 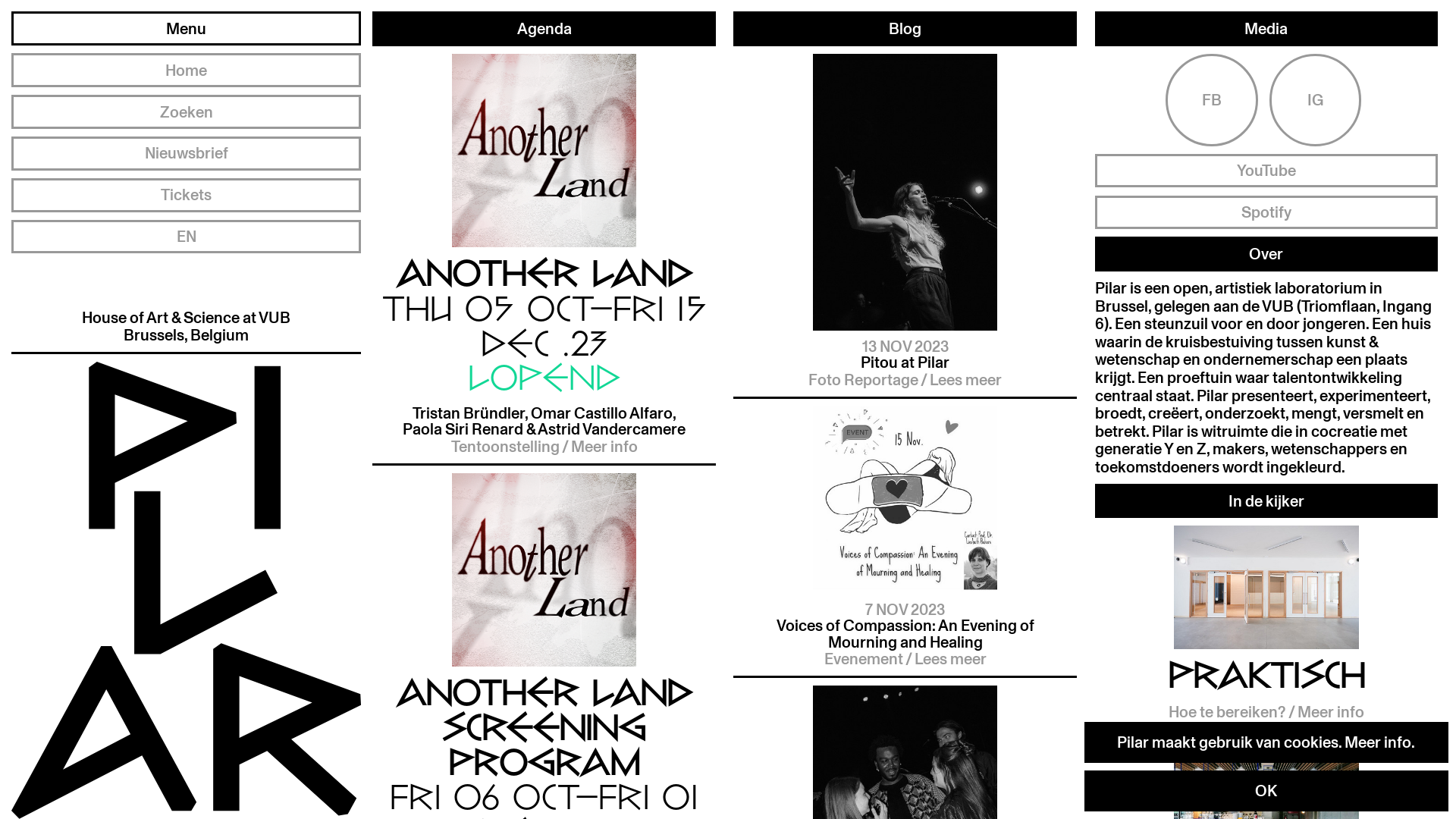 I want to click on 'OK', so click(x=1266, y=789).